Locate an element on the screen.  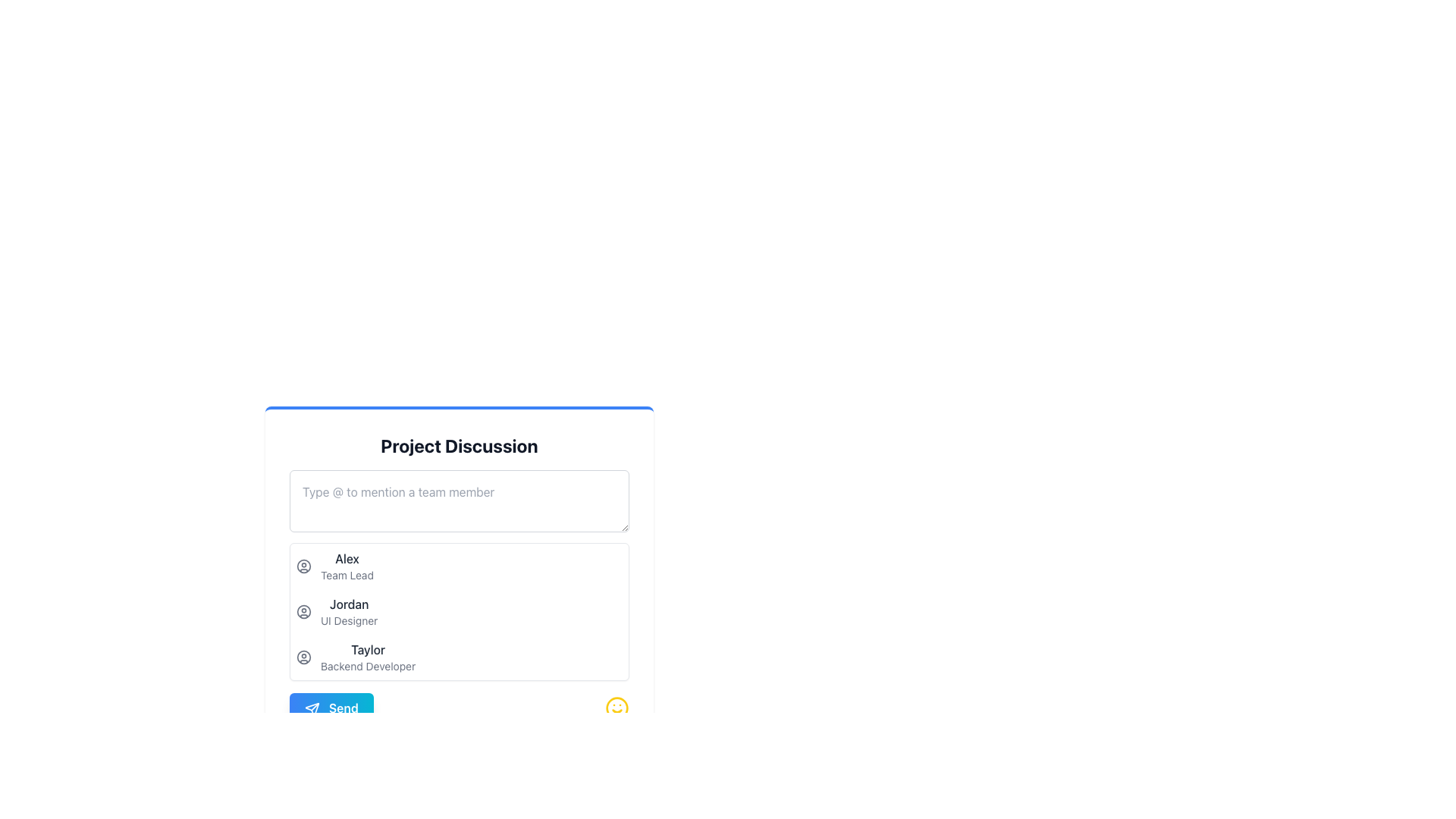
the user icon associated with the name 'Jordan', which is located to the left of 'Jordan' and aligned horizontally with it in a vertical list is located at coordinates (303, 610).